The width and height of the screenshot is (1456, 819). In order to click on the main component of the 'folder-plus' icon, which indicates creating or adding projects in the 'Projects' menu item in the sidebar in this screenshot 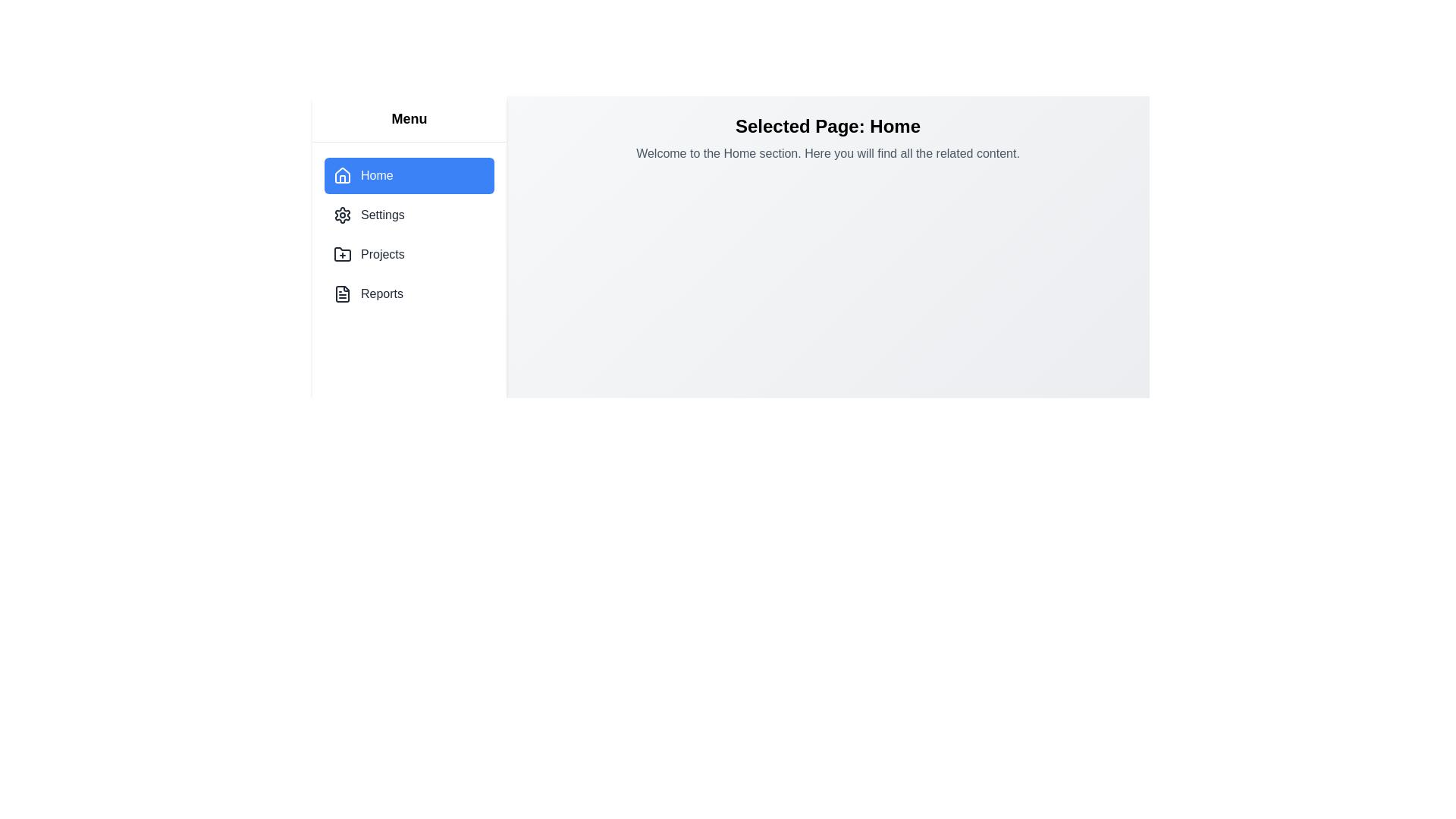, I will do `click(341, 253)`.